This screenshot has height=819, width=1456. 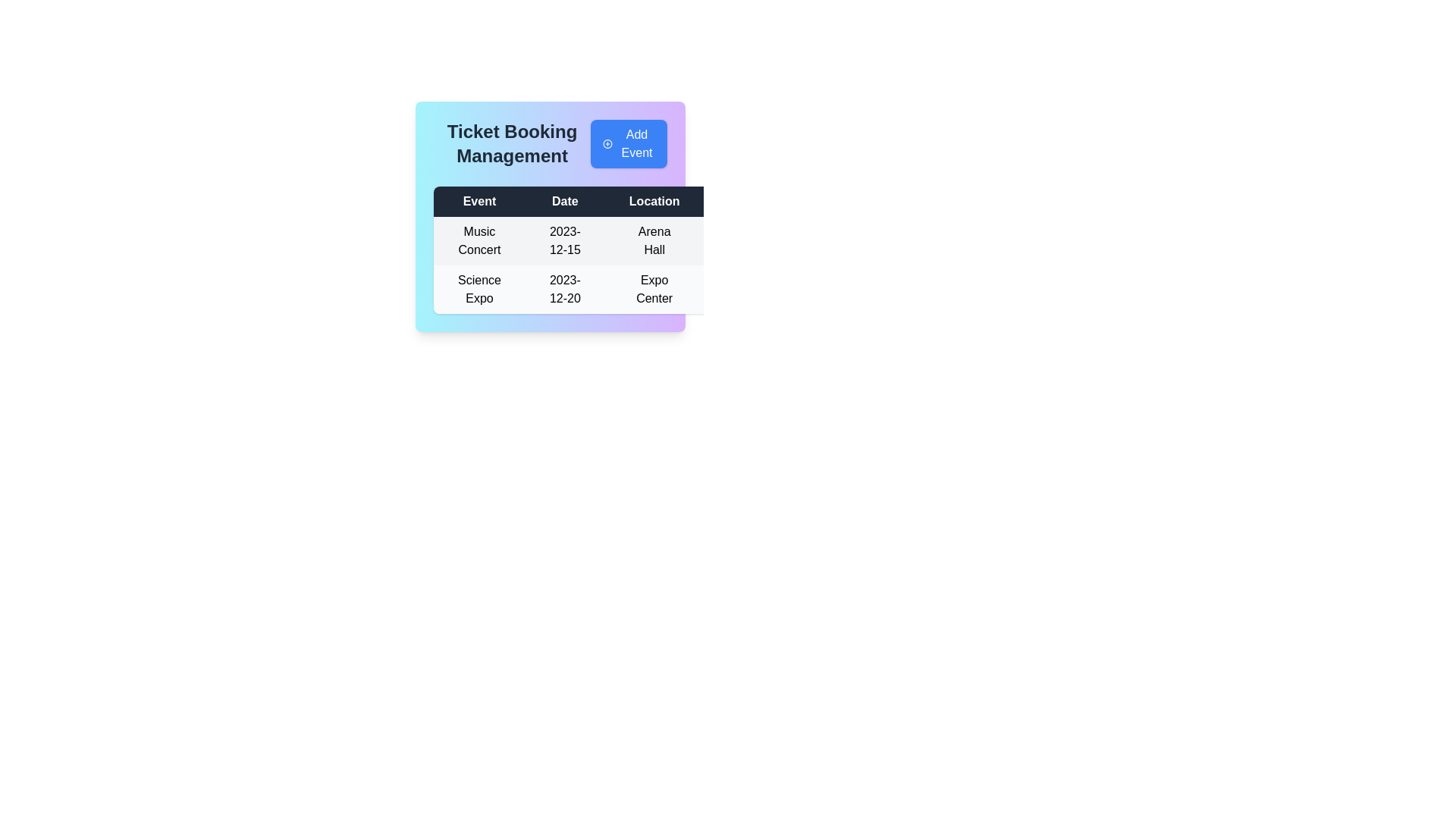 I want to click on the display-only text field that shows the date for the 'Science Expo', located in the second row and second column of the table, below the 'Date' header, so click(x=564, y=289).